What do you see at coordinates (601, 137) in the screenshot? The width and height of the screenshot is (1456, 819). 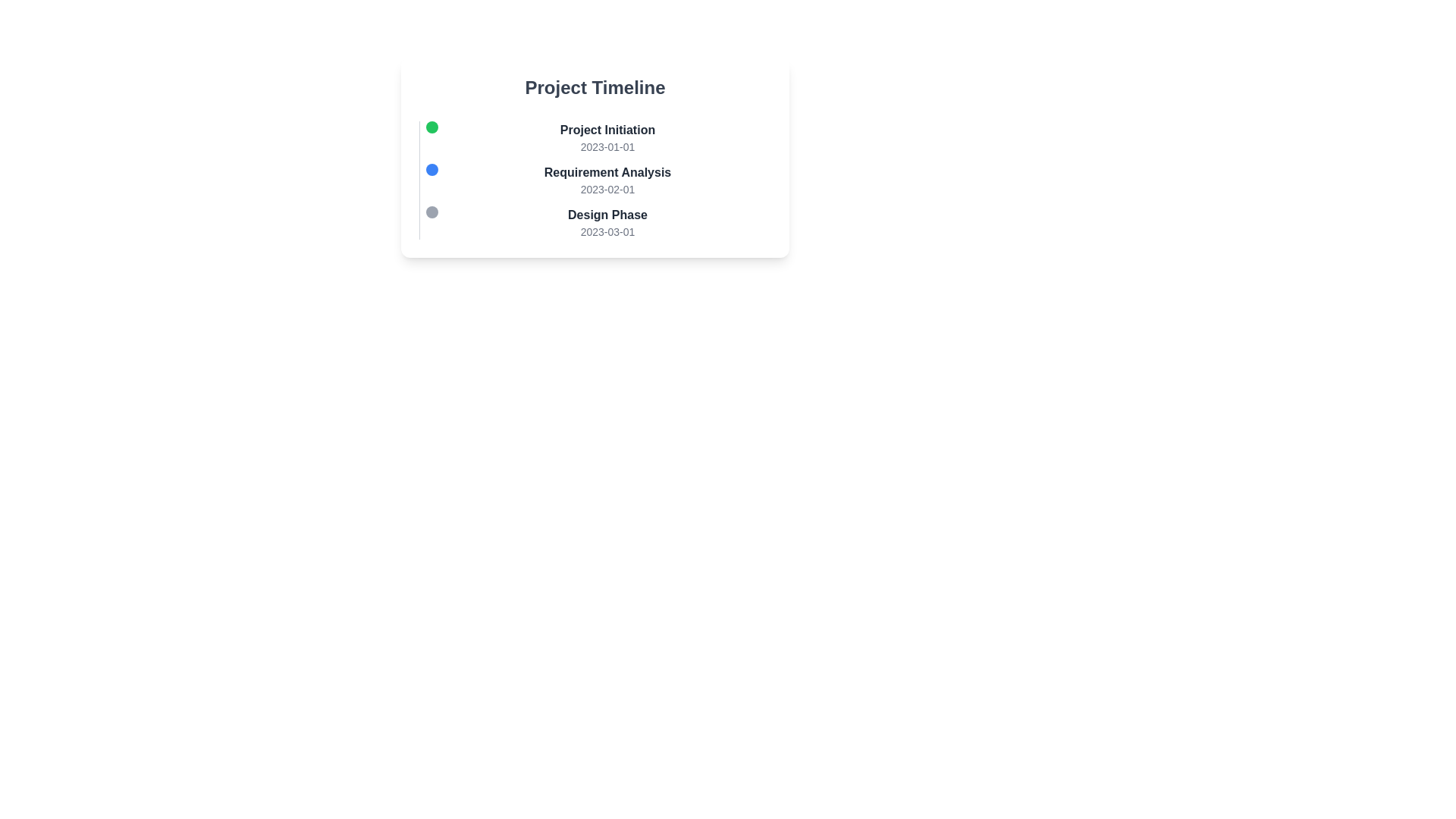 I see `displayed information from the first Timeline Entry titled 'Project Initiation' with the date '2023-01-01', which is located at the top of the Project Timeline list` at bounding box center [601, 137].